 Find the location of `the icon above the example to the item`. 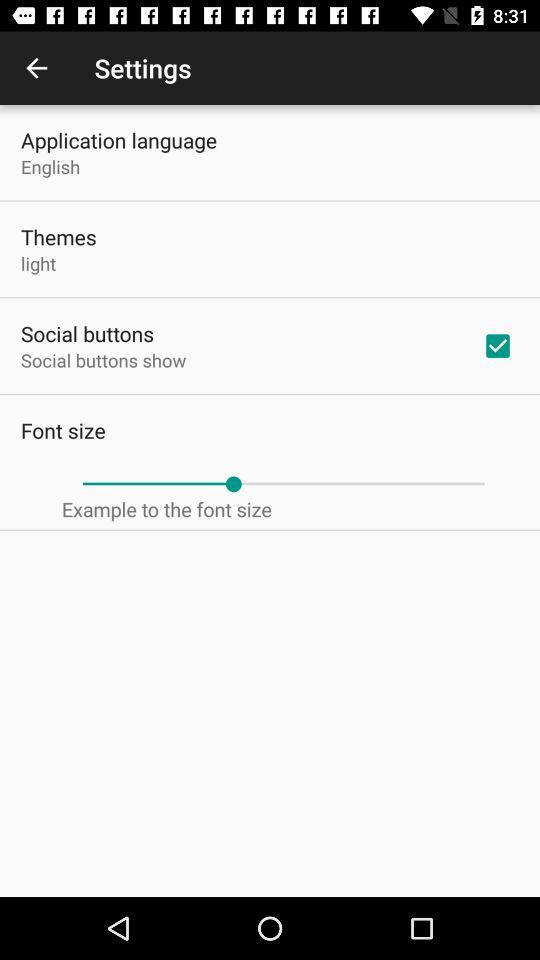

the icon above the example to the item is located at coordinates (282, 483).